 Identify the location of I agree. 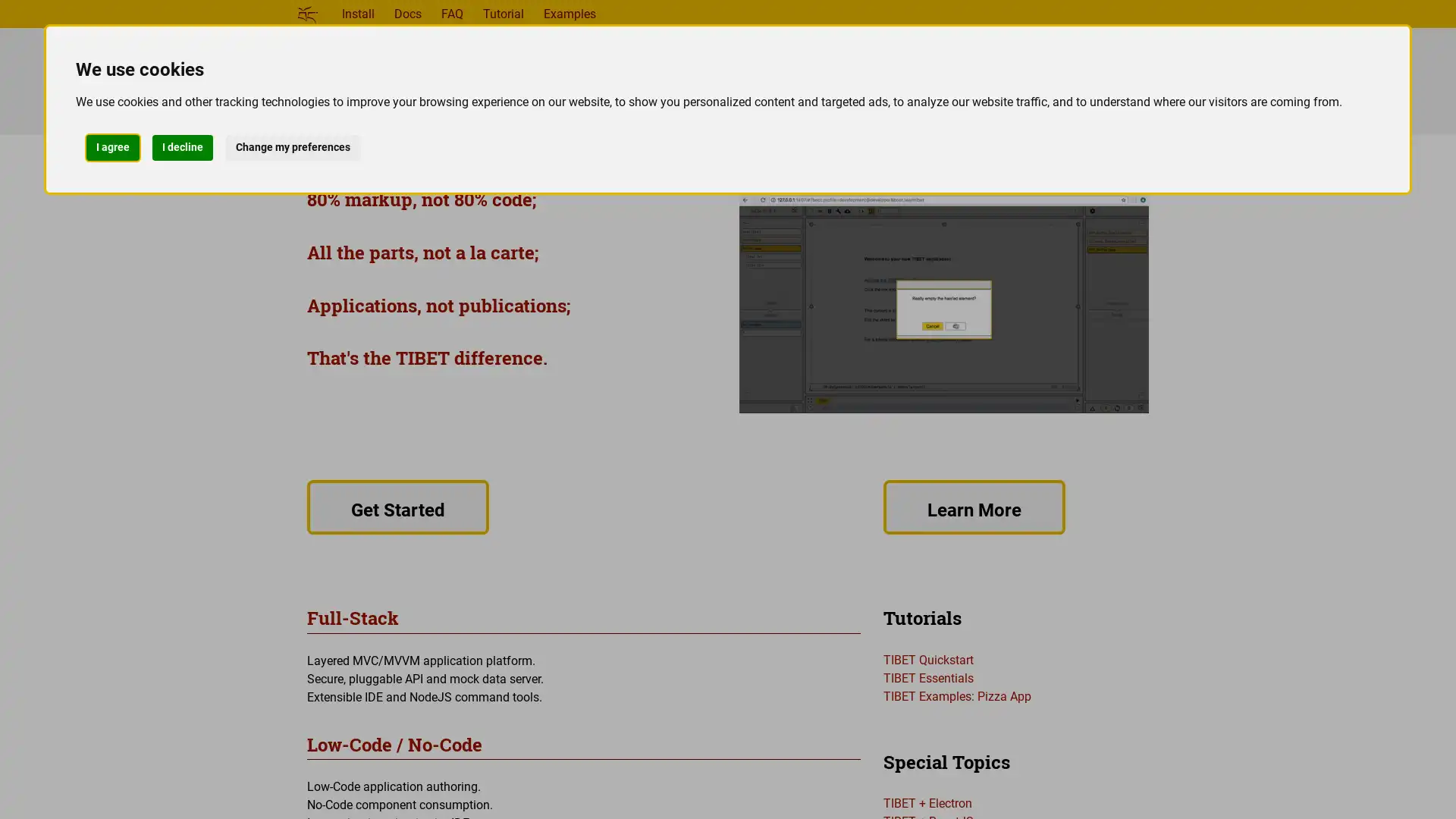
(111, 146).